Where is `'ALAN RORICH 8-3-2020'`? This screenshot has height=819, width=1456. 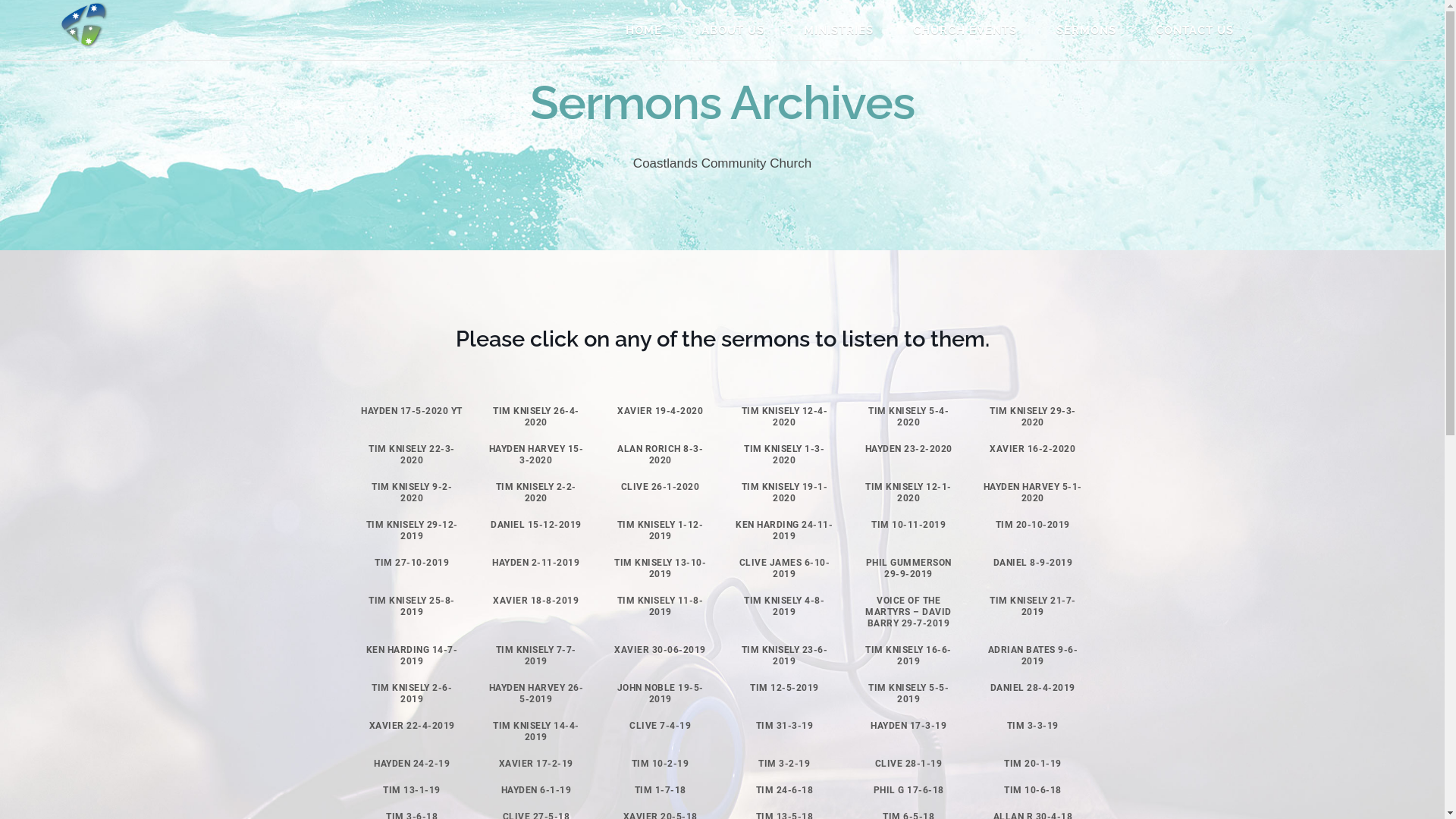
'ALAN RORICH 8-3-2020' is located at coordinates (660, 453).